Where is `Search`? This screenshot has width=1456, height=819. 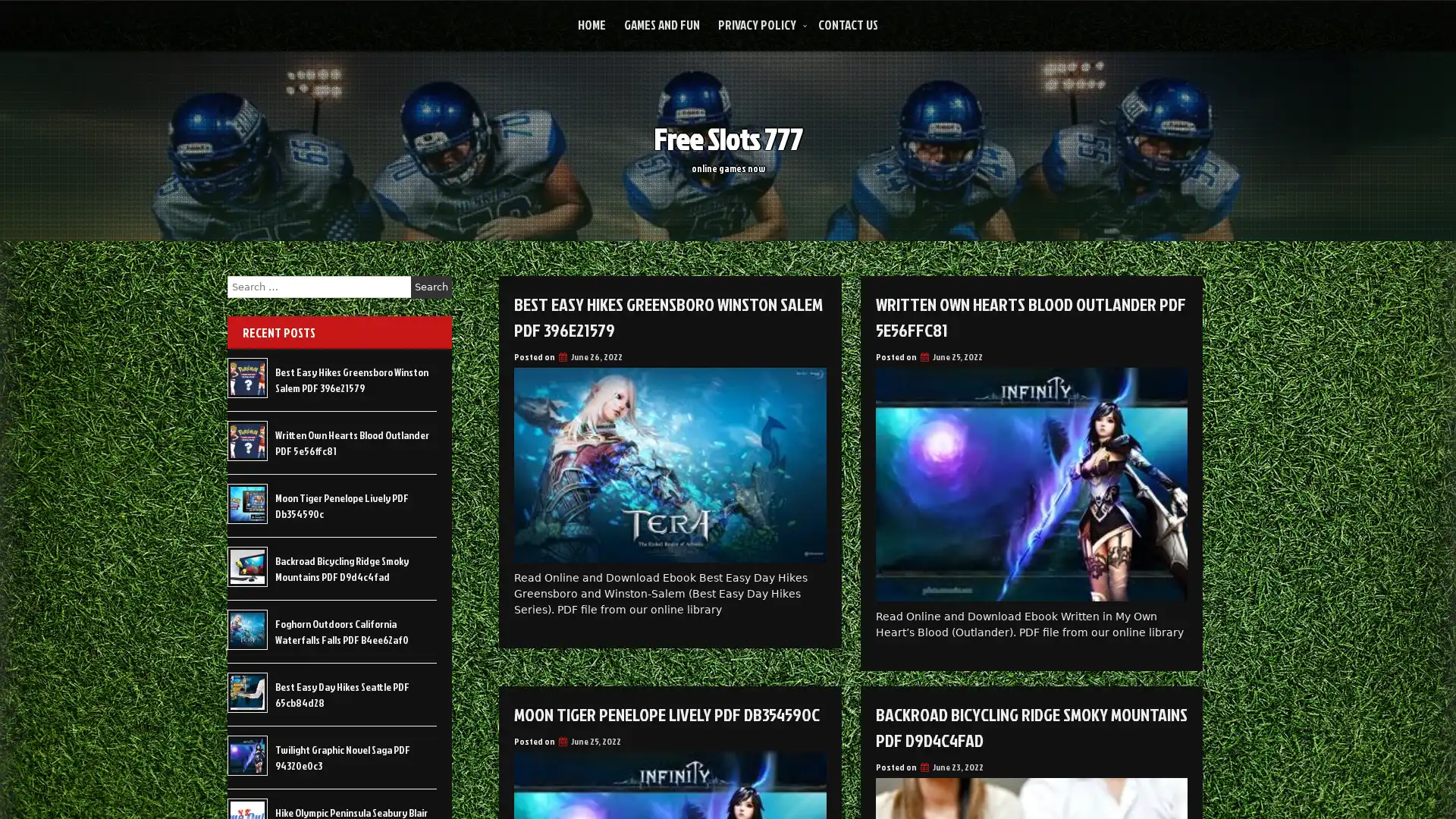
Search is located at coordinates (431, 287).